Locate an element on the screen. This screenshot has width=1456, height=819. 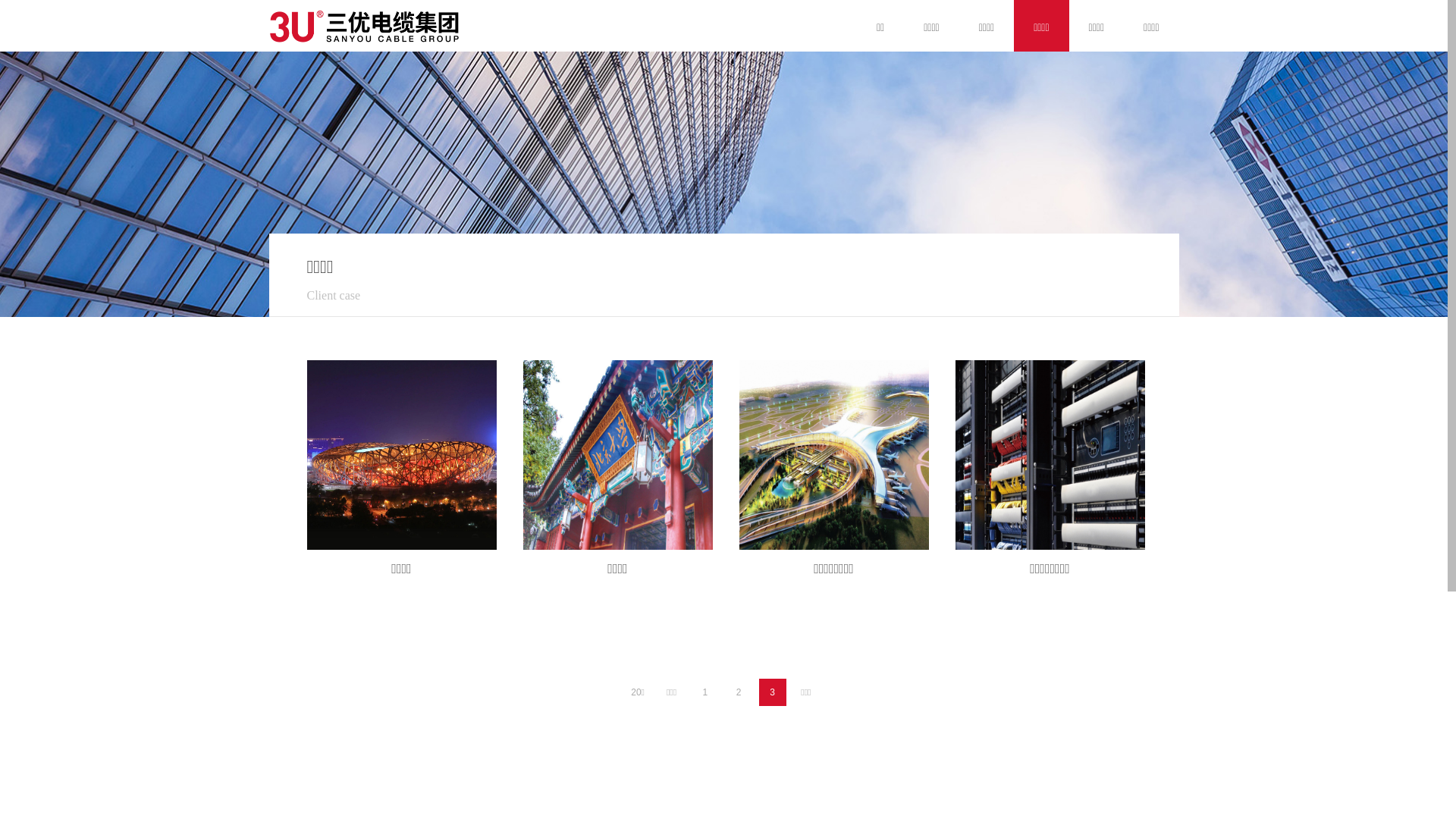
'2' is located at coordinates (739, 692).